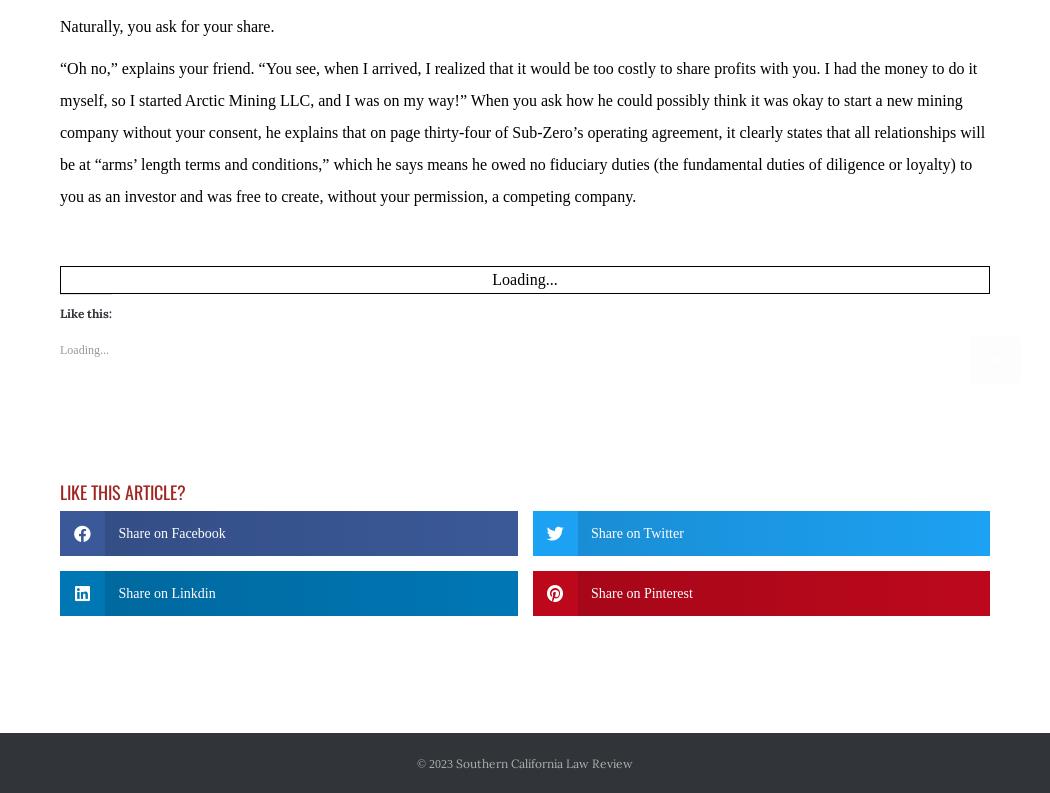  What do you see at coordinates (640, 536) in the screenshot?
I see `'Share on Pinterest'` at bounding box center [640, 536].